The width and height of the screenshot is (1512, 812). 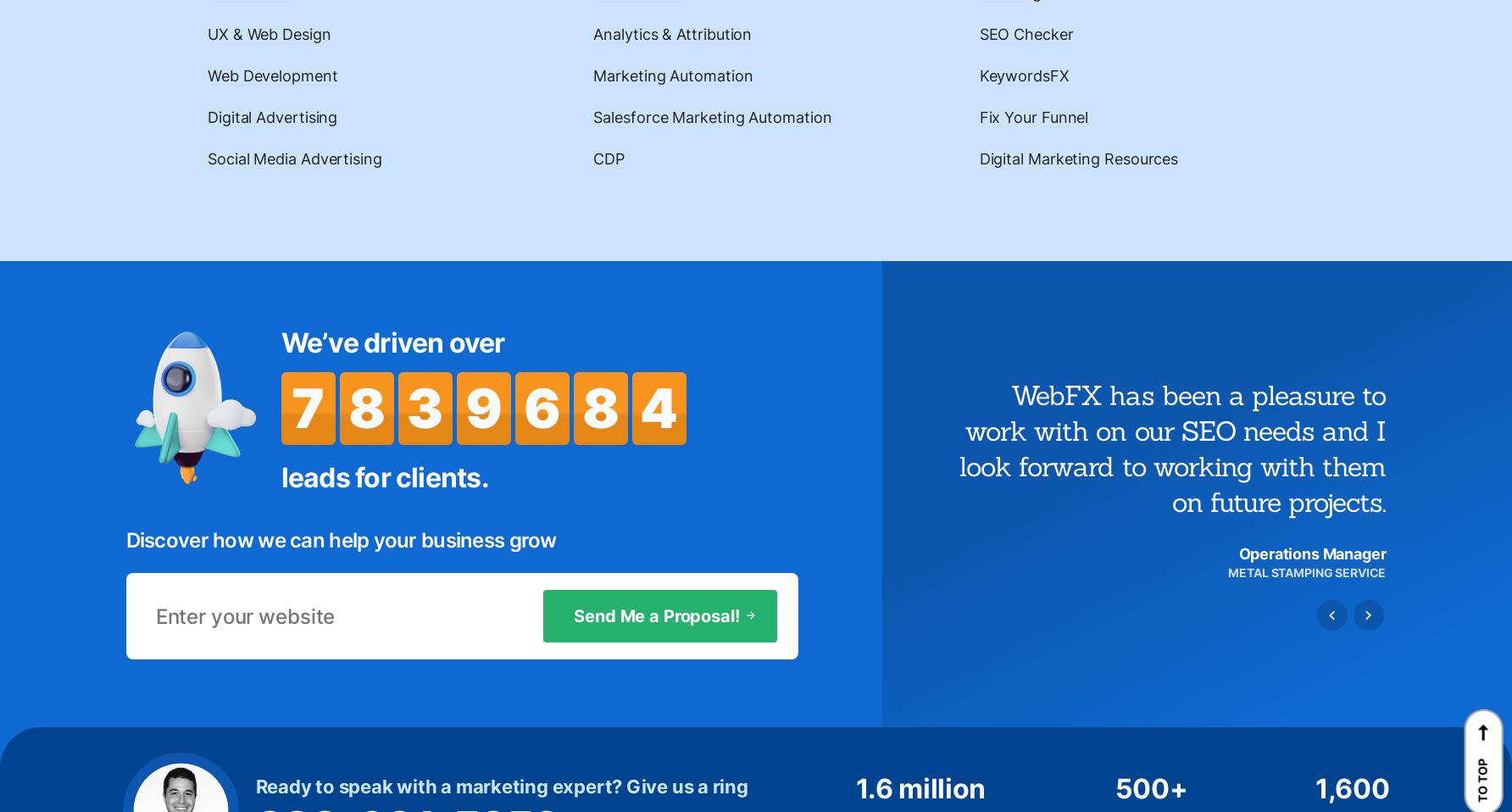 I want to click on 'Hours of Expertise', so click(x=923, y=120).